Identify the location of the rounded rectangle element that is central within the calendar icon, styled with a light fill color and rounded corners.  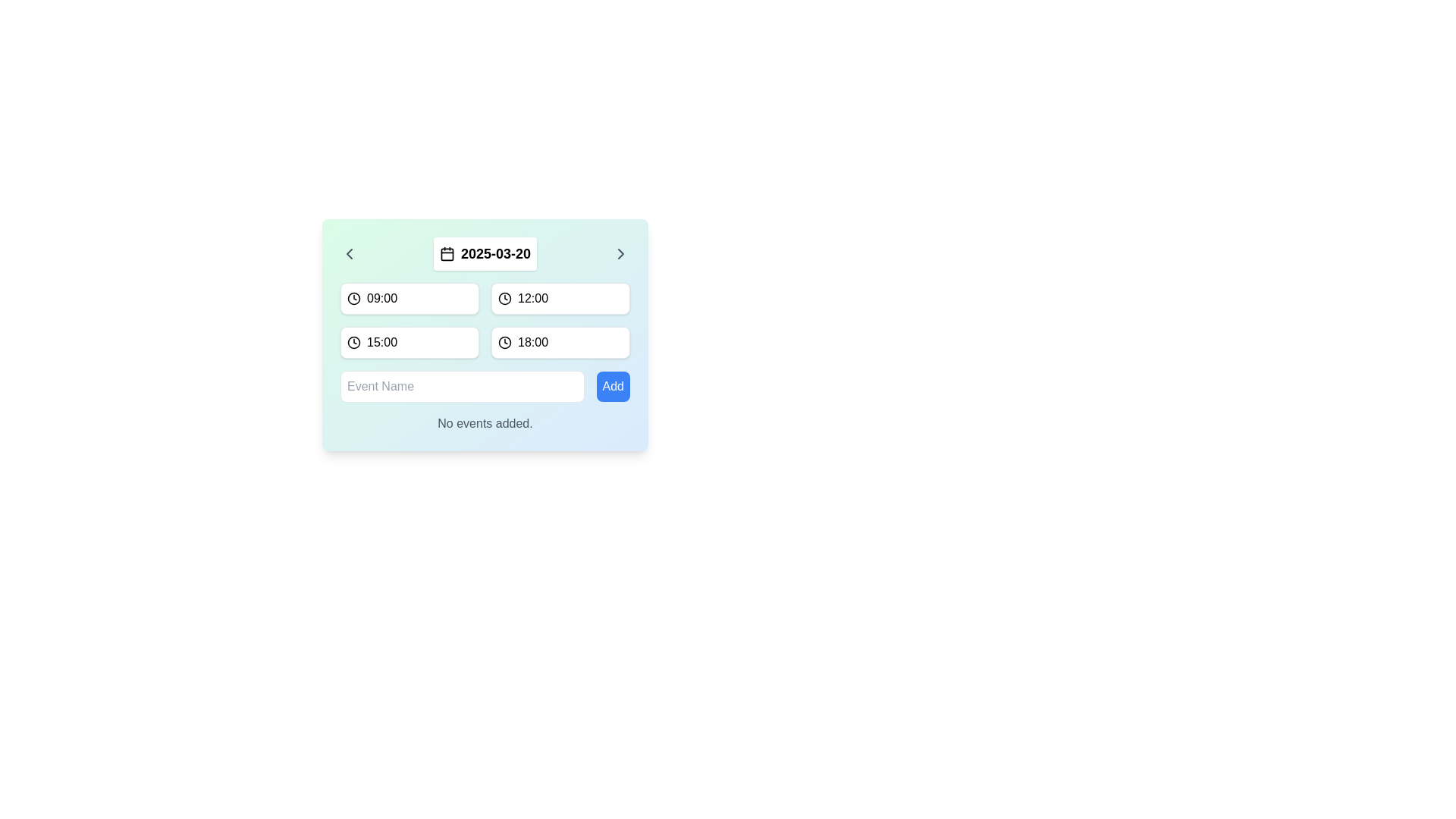
(447, 253).